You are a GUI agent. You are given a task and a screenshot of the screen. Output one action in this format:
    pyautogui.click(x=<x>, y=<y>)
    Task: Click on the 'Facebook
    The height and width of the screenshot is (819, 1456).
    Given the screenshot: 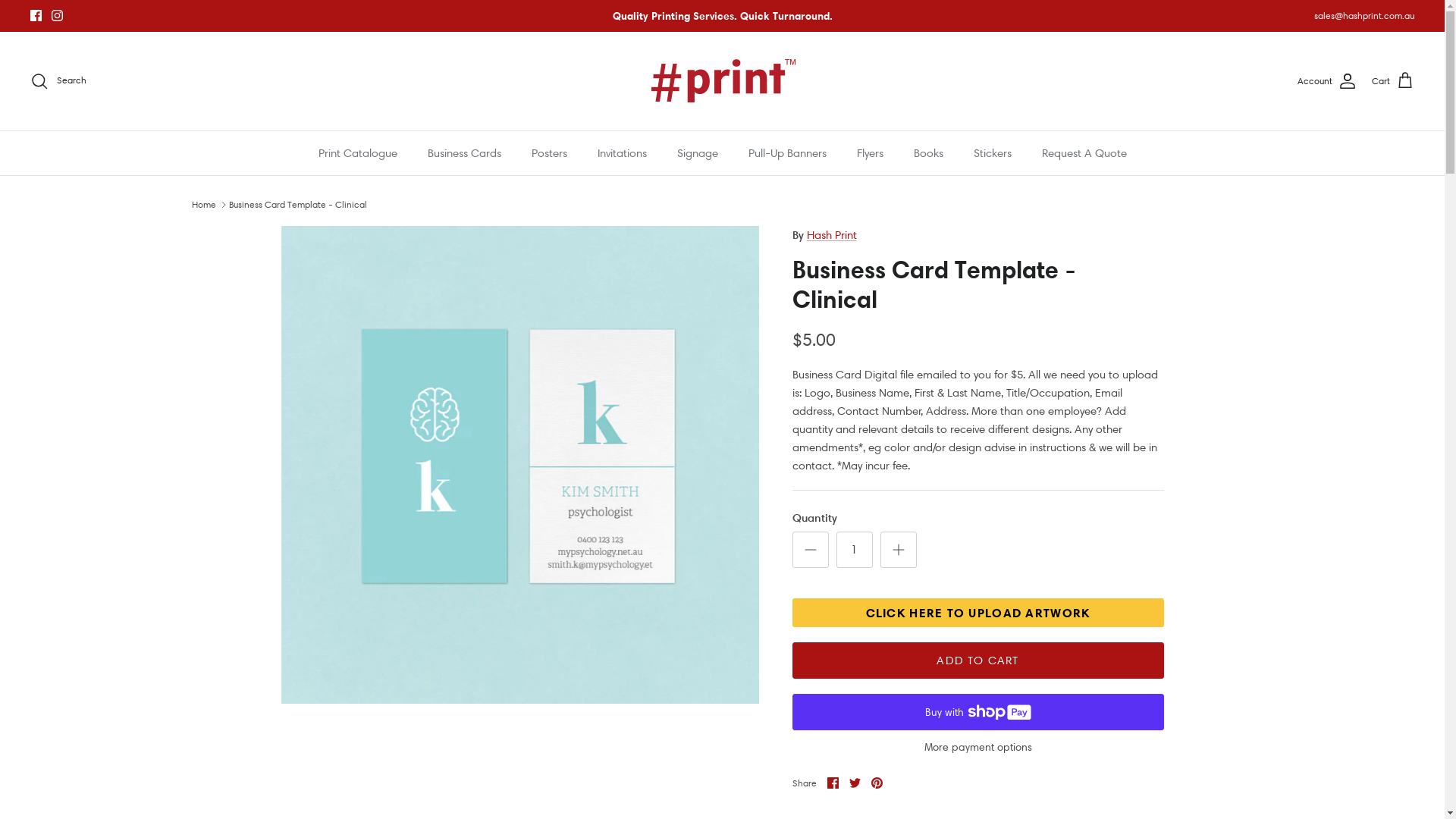 What is the action you would take?
    pyautogui.click(x=825, y=783)
    